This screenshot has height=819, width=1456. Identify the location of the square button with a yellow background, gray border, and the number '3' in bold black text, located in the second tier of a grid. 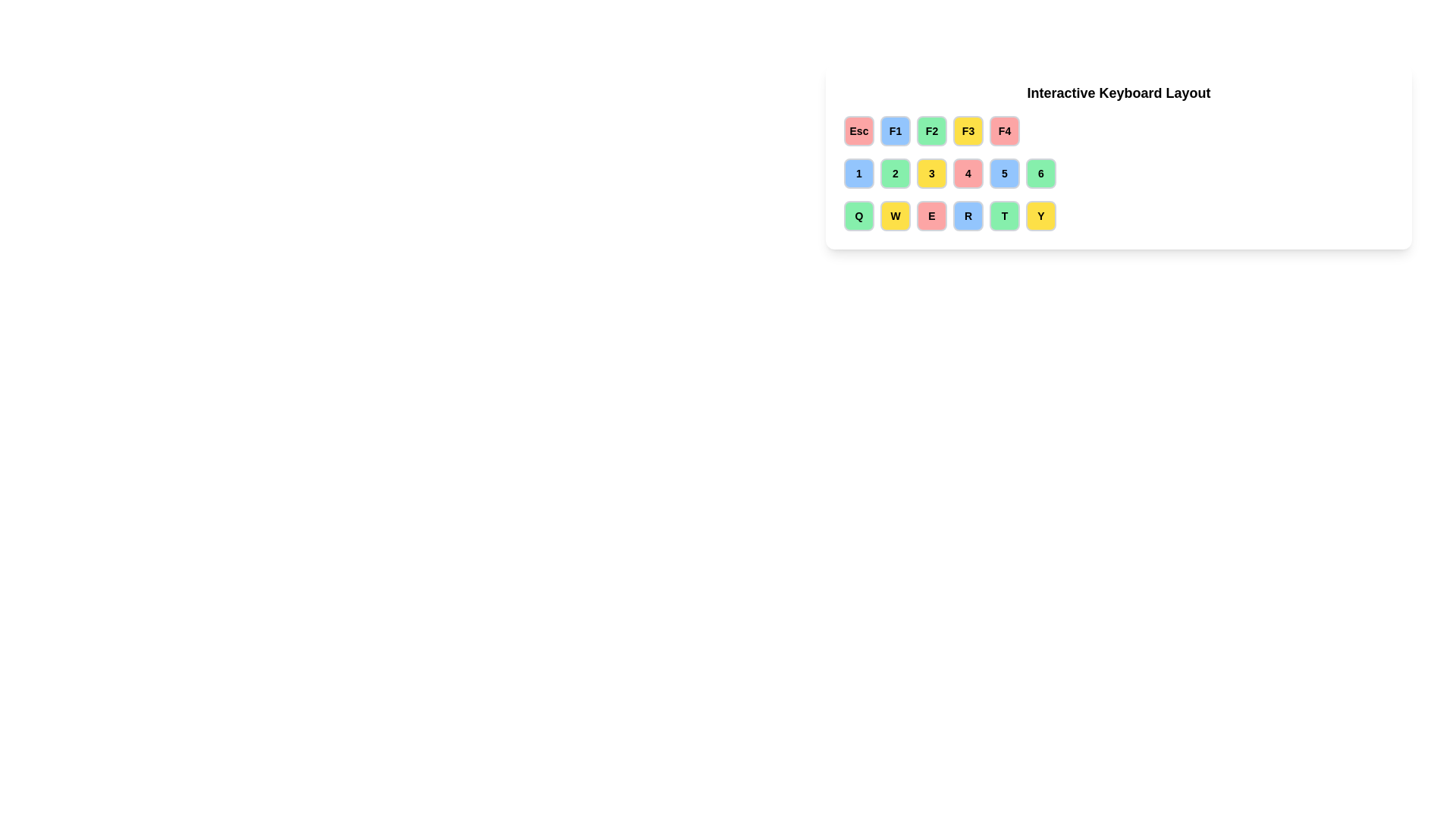
(930, 172).